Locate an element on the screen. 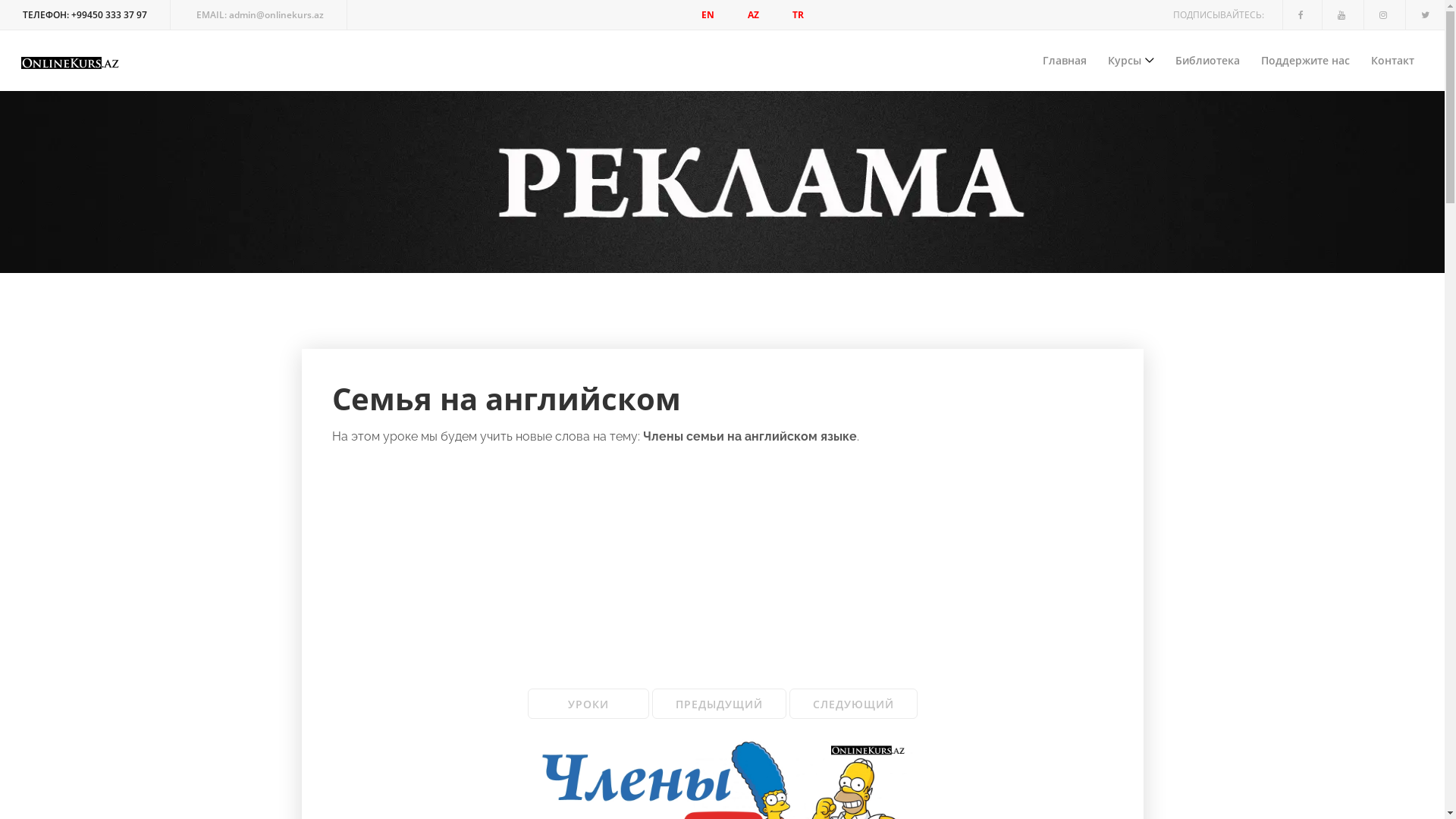 This screenshot has width=1456, height=819. 'EMAIL: admin@onlinekurs.az' is located at coordinates (260, 14).